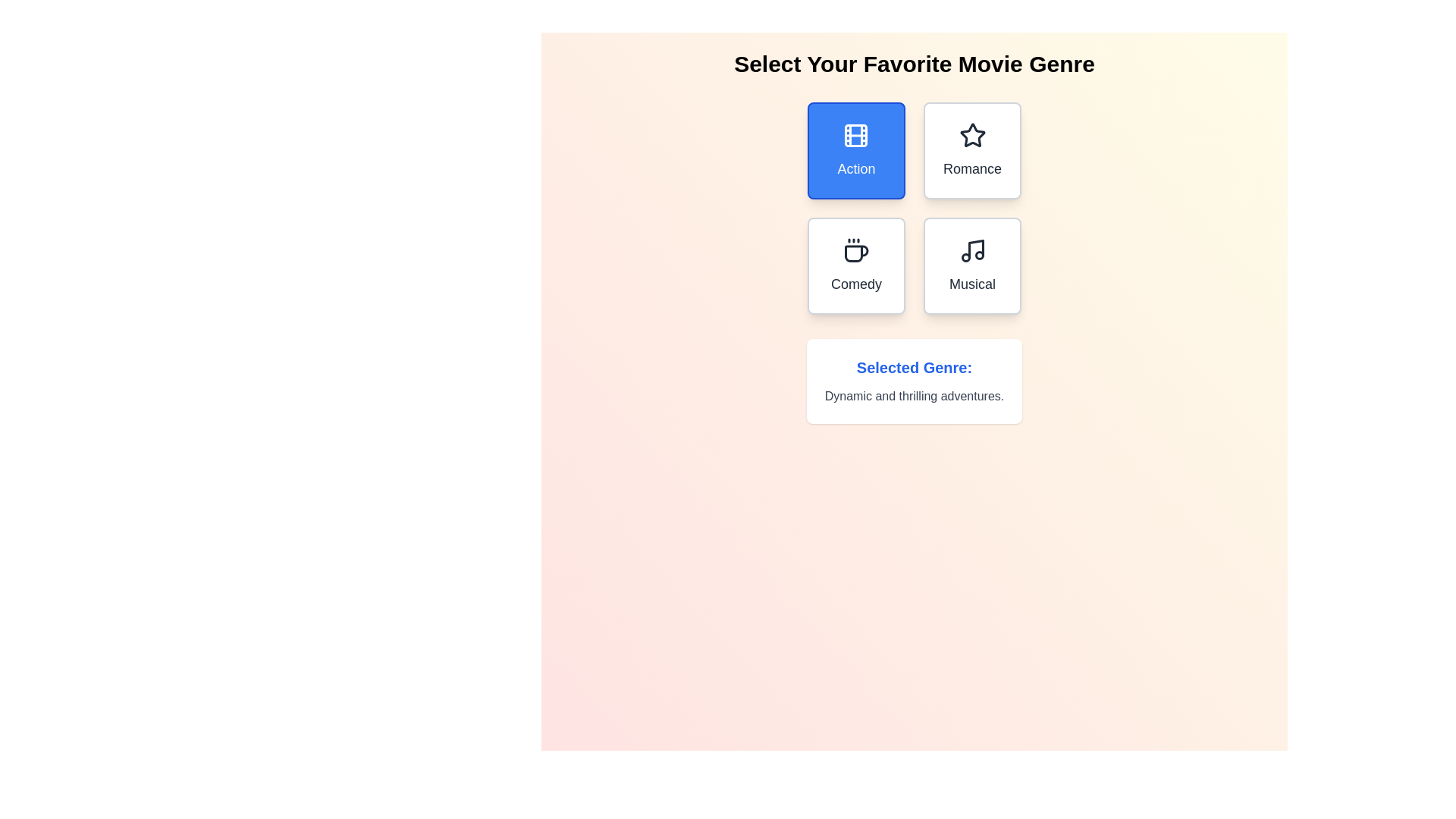  Describe the element at coordinates (971, 265) in the screenshot. I see `the genre button labeled Musical` at that location.